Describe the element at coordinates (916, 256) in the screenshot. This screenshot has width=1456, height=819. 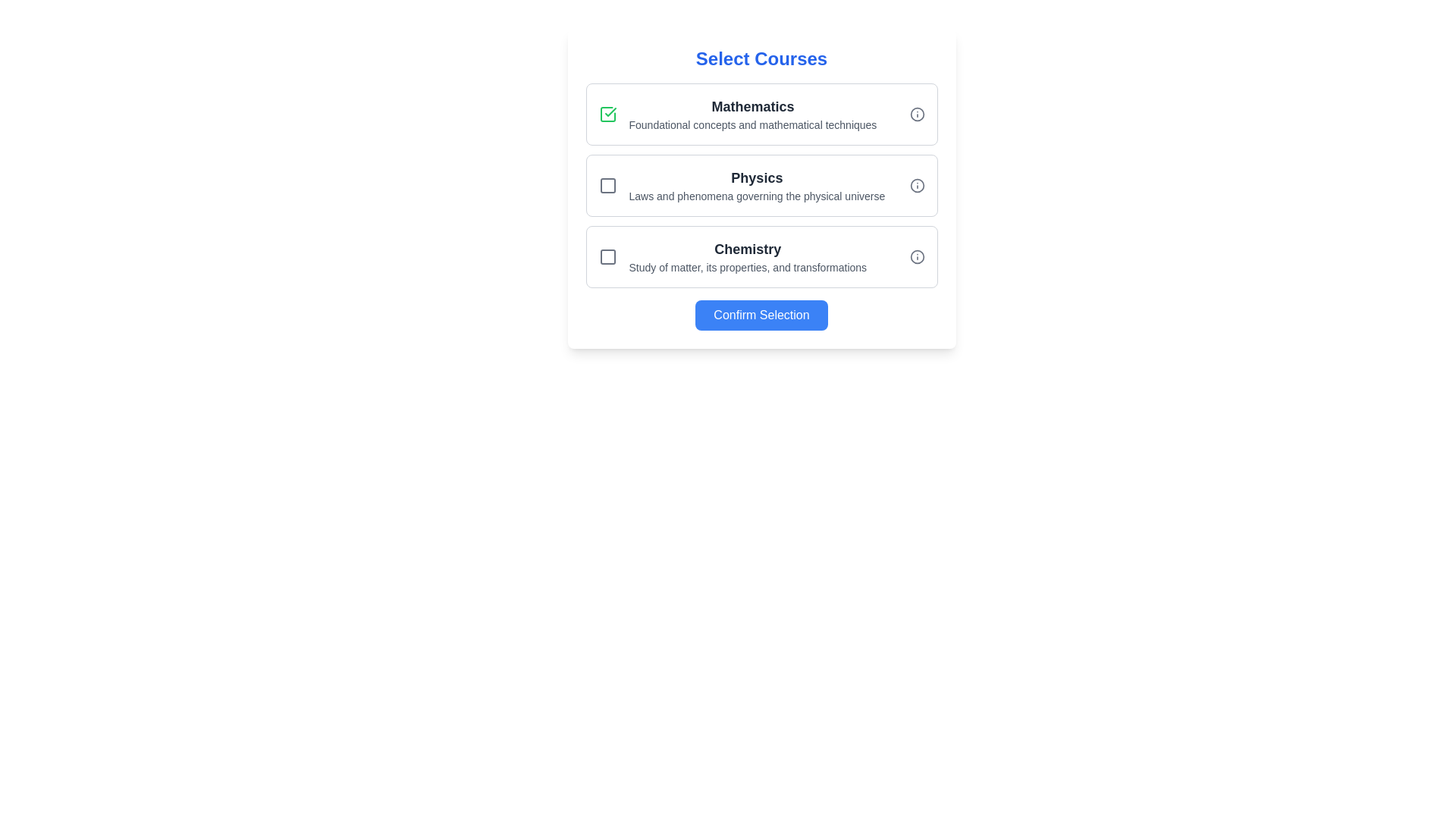
I see `the SVG Circle element that is part of the information icon next to the 'Chemistry' course option in the course list` at that location.